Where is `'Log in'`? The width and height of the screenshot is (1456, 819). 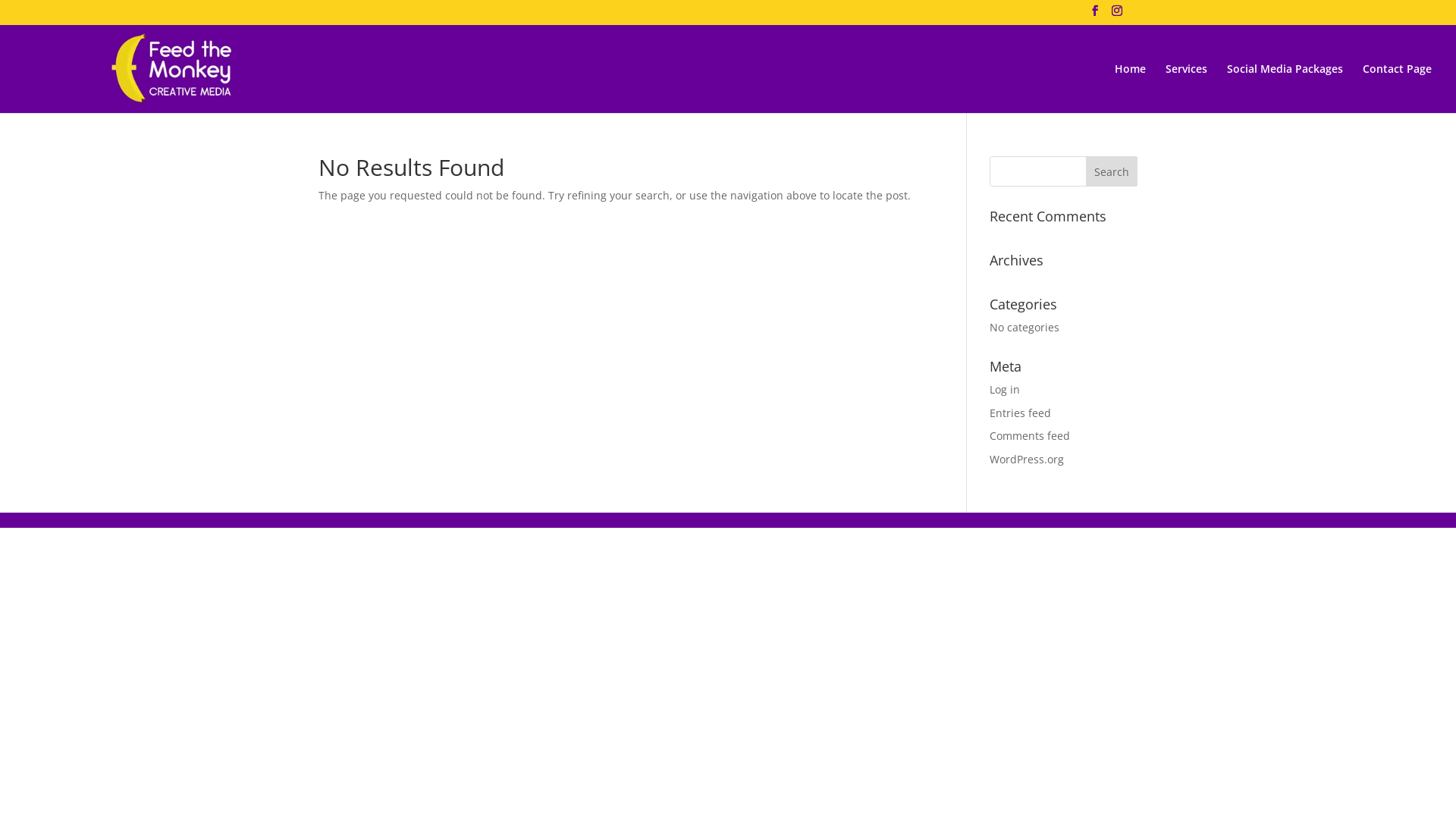 'Log in' is located at coordinates (990, 388).